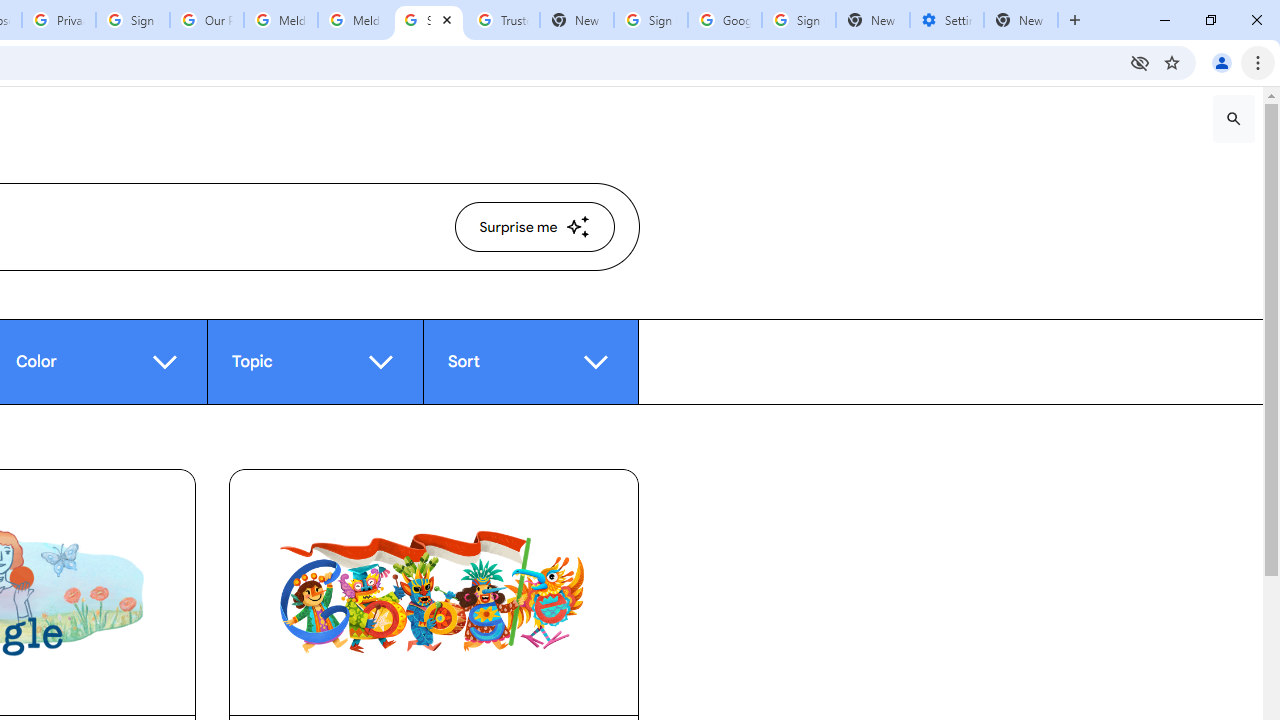  I want to click on 'Google Cybersecurity Innovations - Google Safety Center', so click(723, 20).